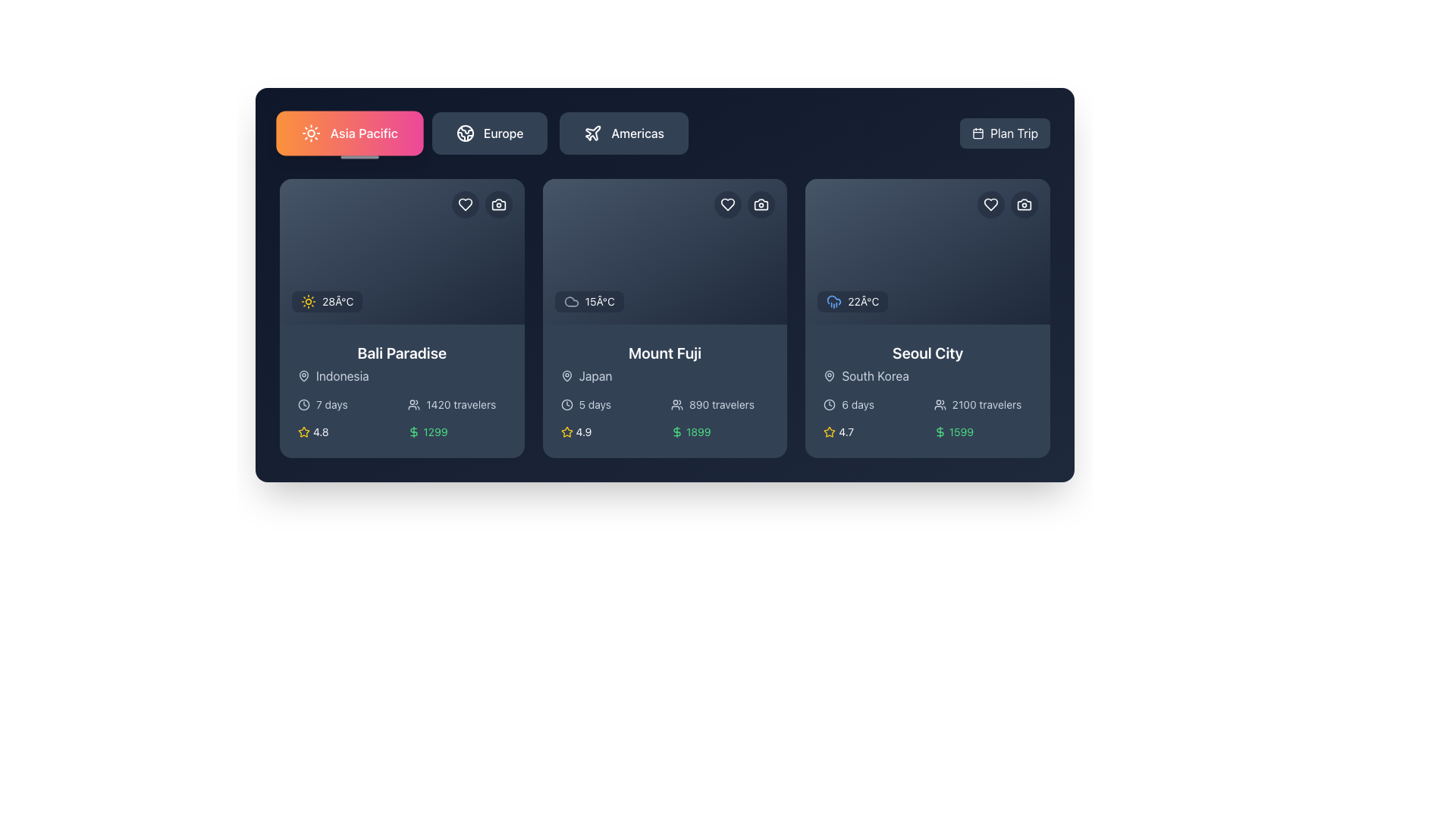 The image size is (1456, 819). What do you see at coordinates (728, 205) in the screenshot?
I see `the heart icon button to like or add the 'Mount Fuji' card to favorites, which is the first button` at bounding box center [728, 205].